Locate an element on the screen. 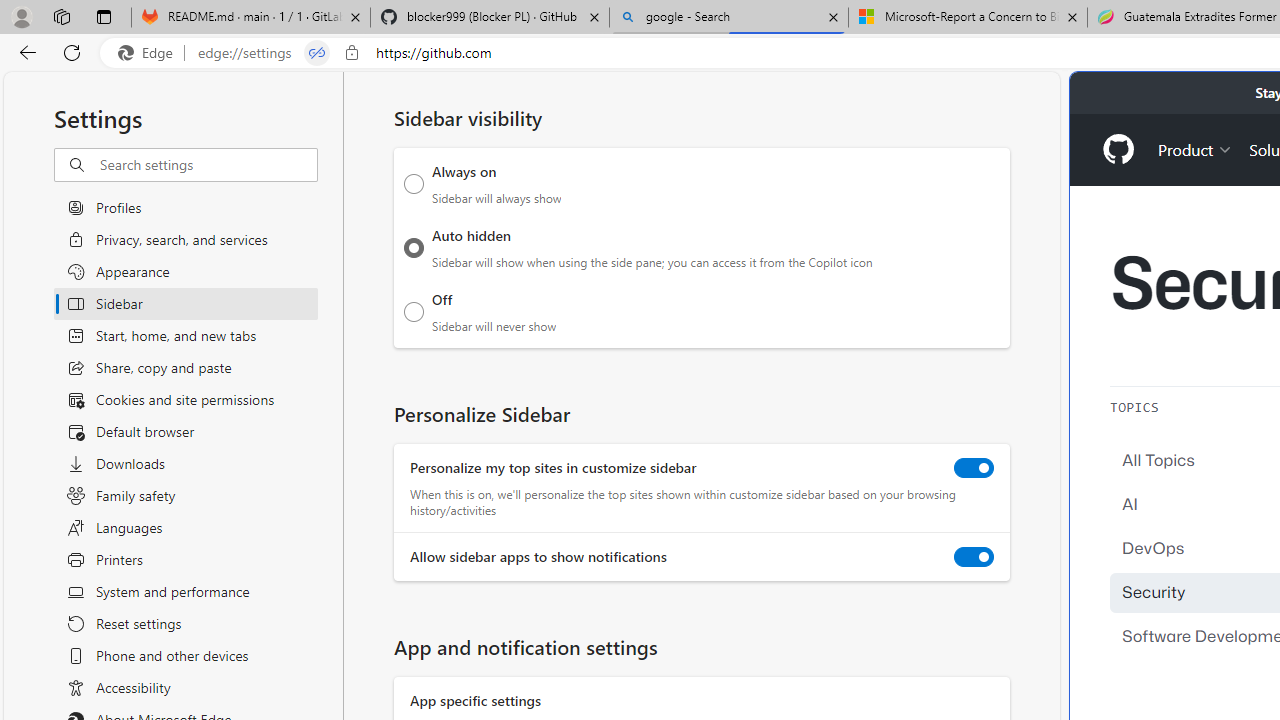 This screenshot has height=720, width=1280. 'Product' is located at coordinates (1195, 148).